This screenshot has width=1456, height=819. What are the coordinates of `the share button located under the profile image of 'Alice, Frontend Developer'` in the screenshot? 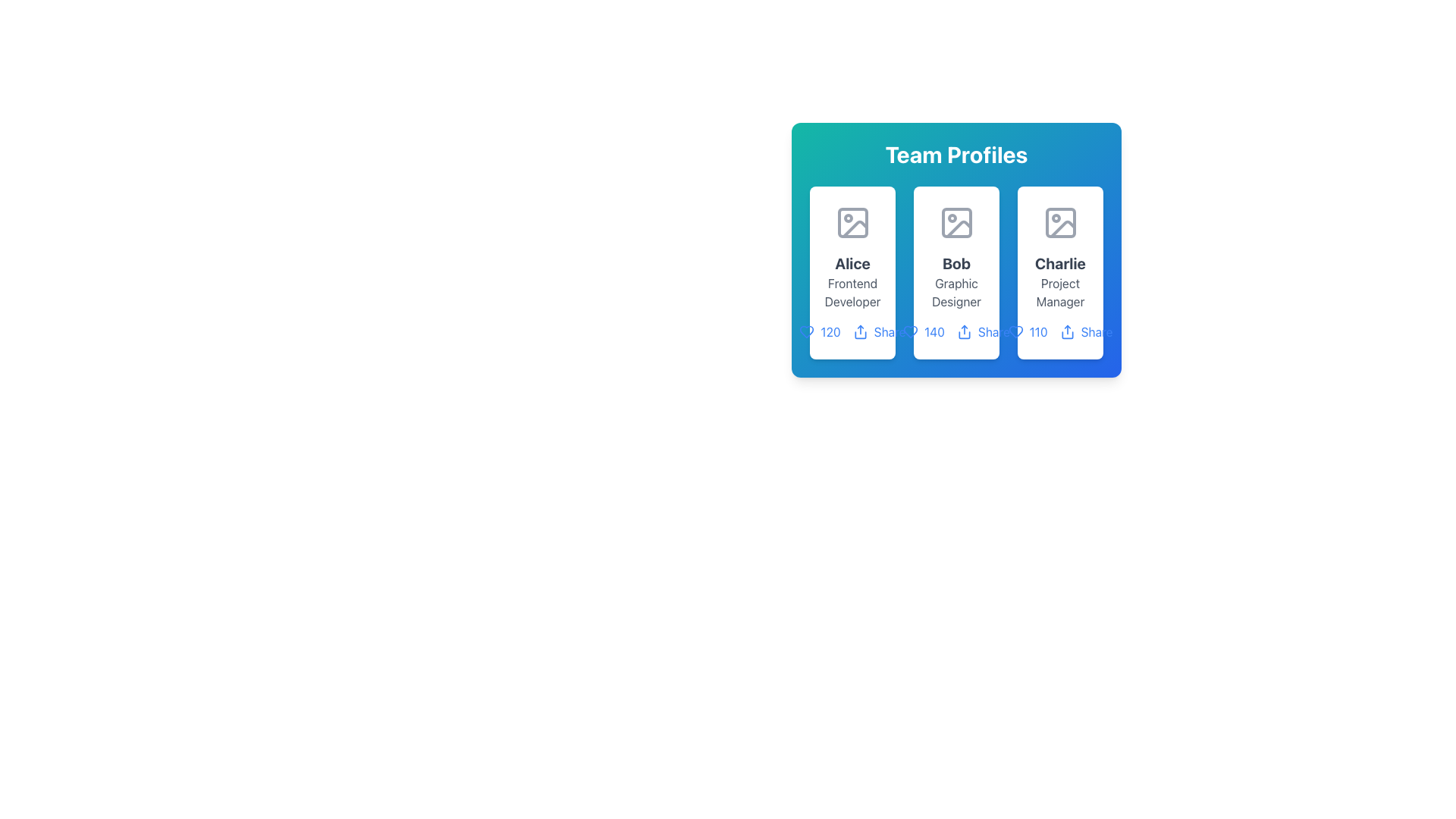 It's located at (879, 331).